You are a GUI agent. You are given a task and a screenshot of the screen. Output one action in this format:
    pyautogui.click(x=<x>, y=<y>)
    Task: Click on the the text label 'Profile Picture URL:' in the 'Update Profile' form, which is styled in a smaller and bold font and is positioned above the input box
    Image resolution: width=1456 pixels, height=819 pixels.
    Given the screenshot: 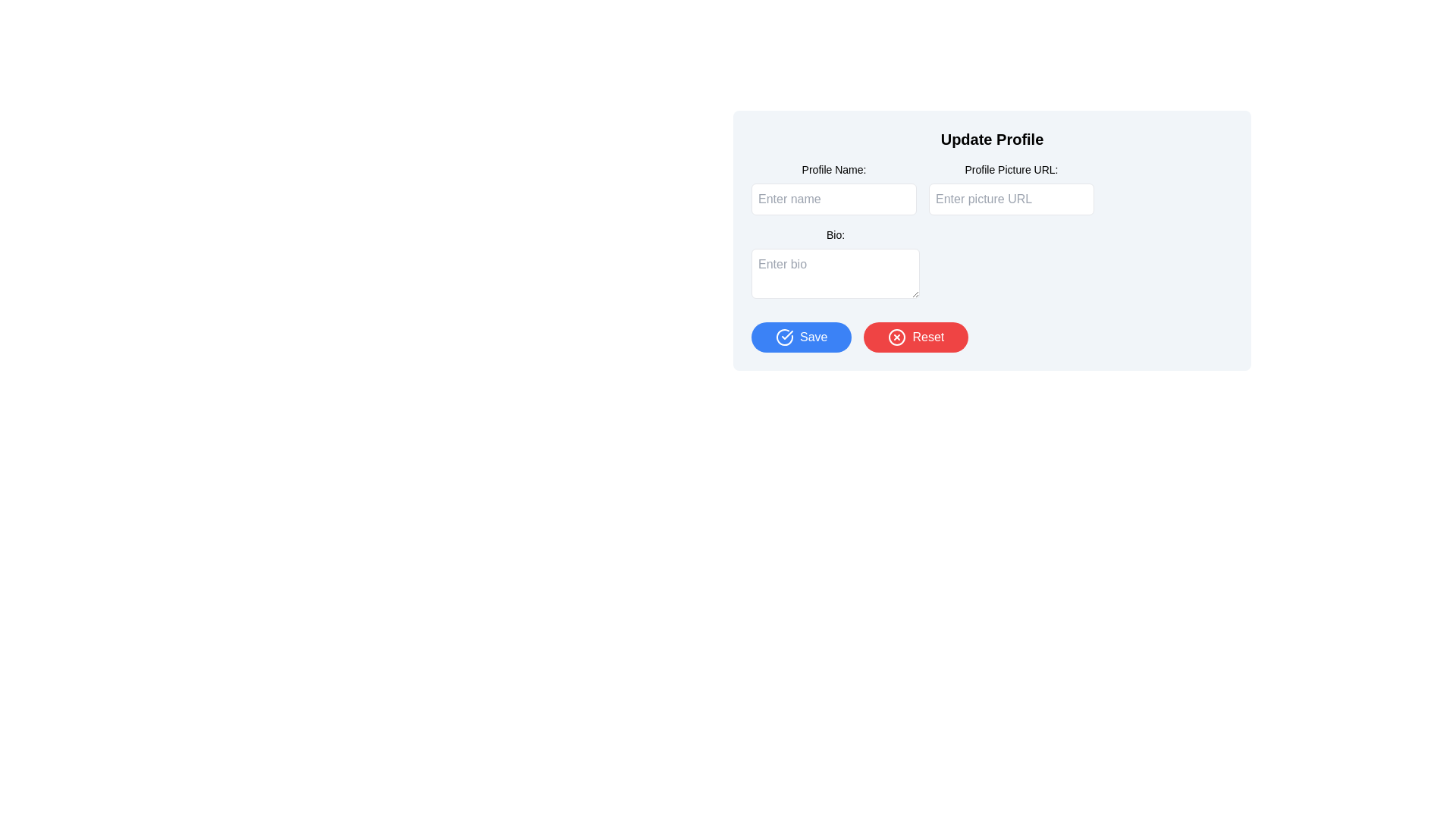 What is the action you would take?
    pyautogui.click(x=1012, y=169)
    